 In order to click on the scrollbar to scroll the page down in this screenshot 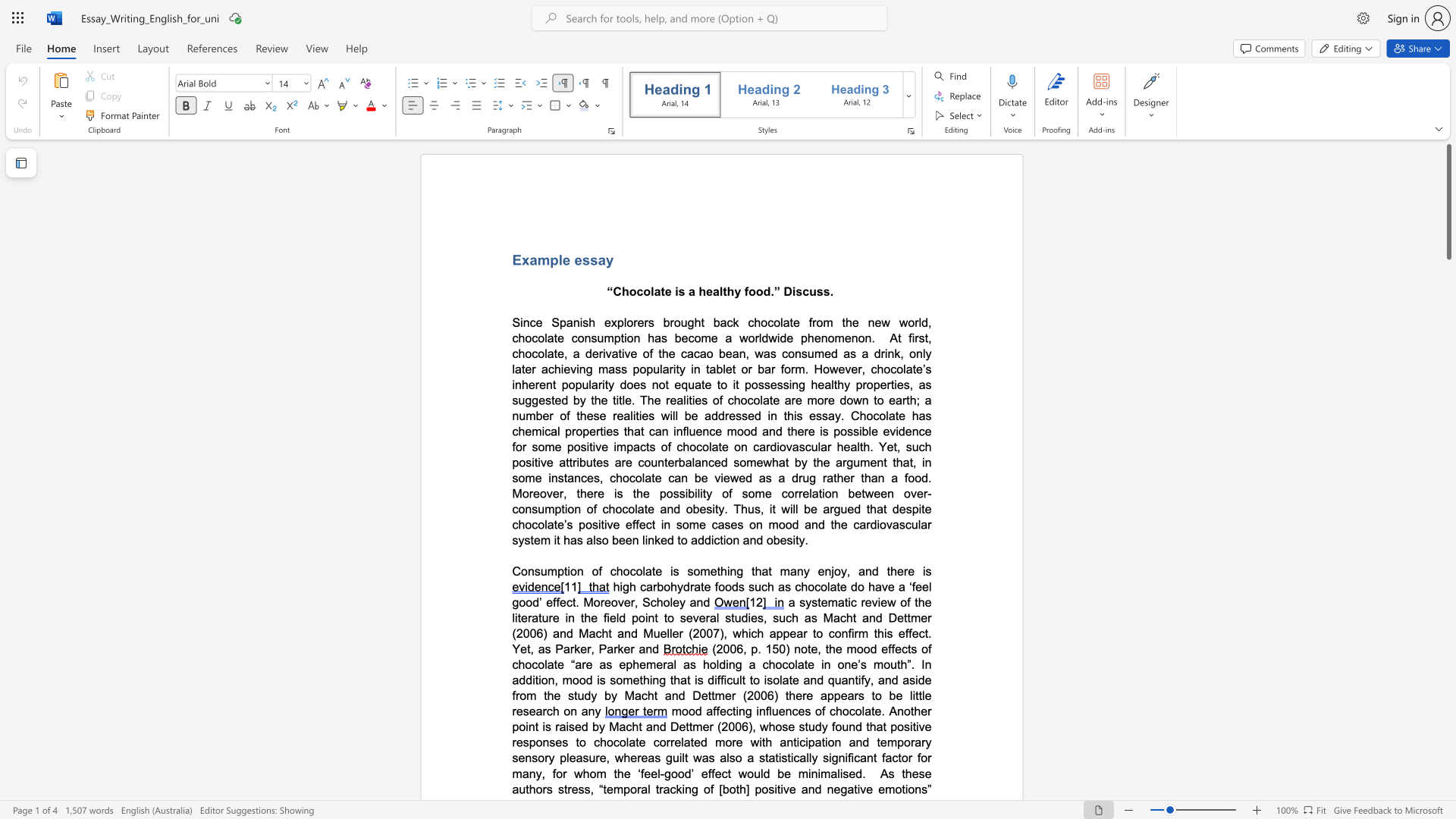, I will do `click(1448, 773)`.